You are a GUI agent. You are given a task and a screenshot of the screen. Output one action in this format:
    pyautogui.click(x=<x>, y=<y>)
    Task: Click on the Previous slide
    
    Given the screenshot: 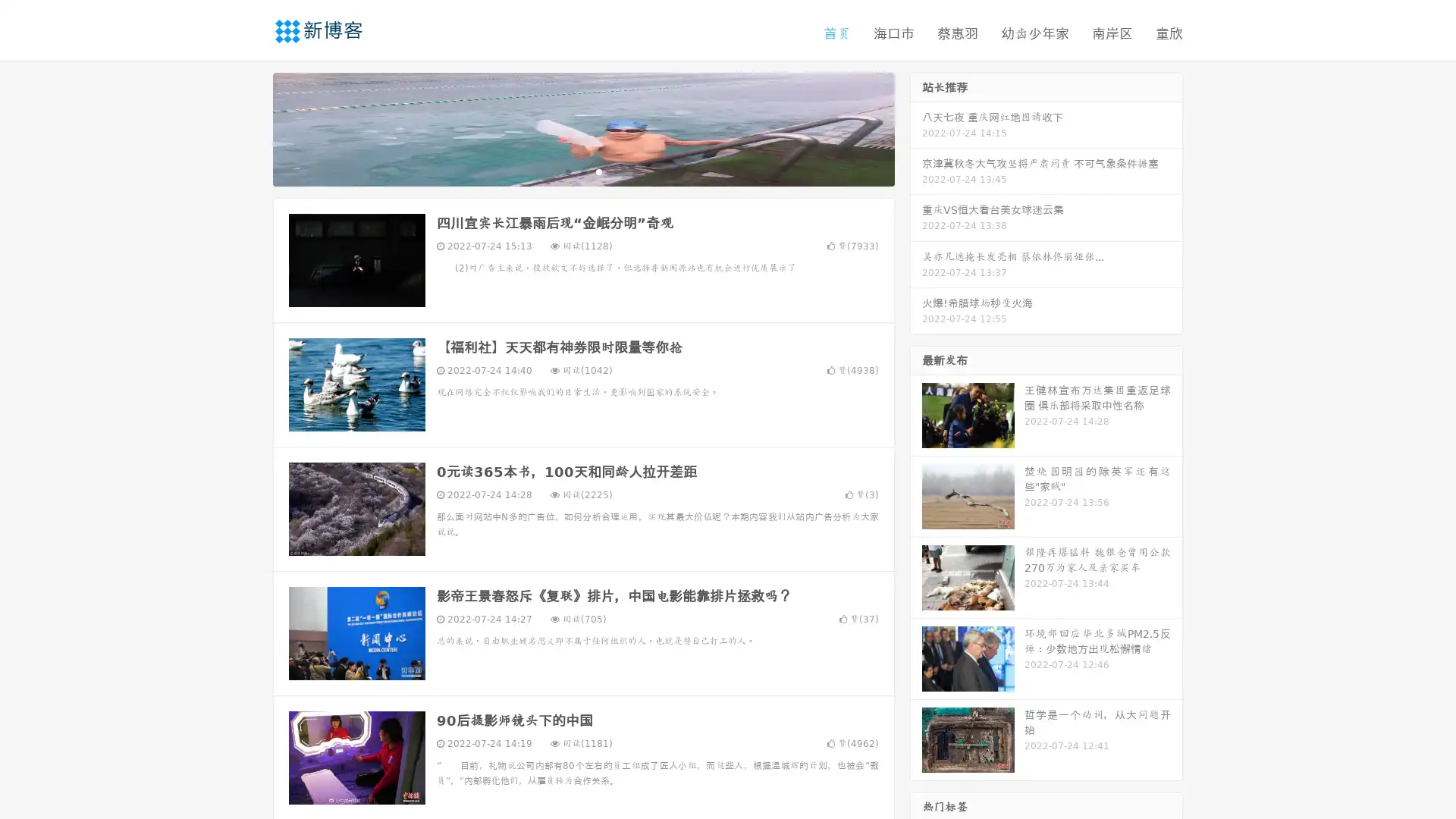 What is the action you would take?
    pyautogui.click(x=250, y=127)
    